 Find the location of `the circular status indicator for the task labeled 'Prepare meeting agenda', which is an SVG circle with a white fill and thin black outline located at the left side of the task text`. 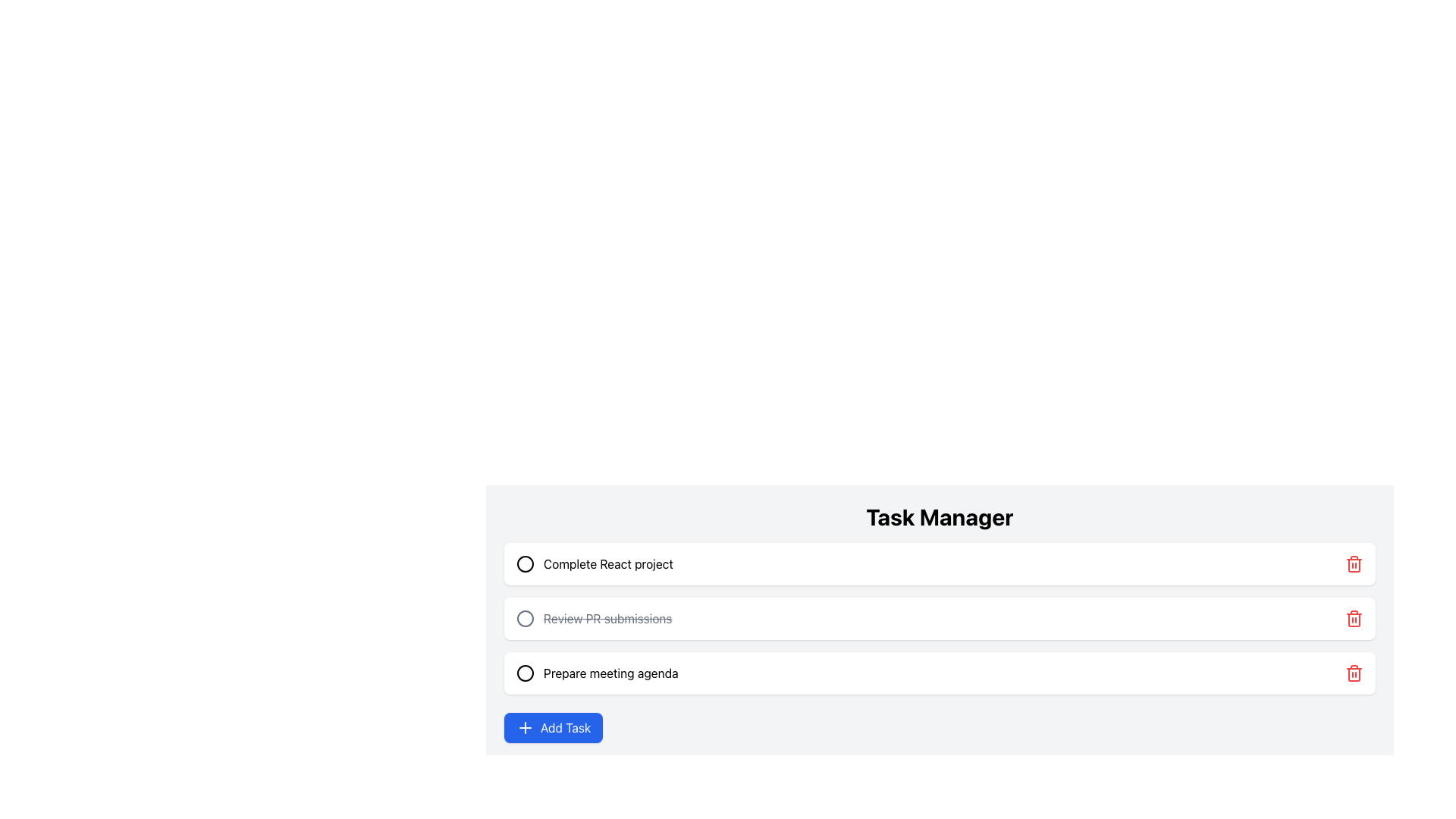

the circular status indicator for the task labeled 'Prepare meeting agenda', which is an SVG circle with a white fill and thin black outline located at the left side of the task text is located at coordinates (525, 672).